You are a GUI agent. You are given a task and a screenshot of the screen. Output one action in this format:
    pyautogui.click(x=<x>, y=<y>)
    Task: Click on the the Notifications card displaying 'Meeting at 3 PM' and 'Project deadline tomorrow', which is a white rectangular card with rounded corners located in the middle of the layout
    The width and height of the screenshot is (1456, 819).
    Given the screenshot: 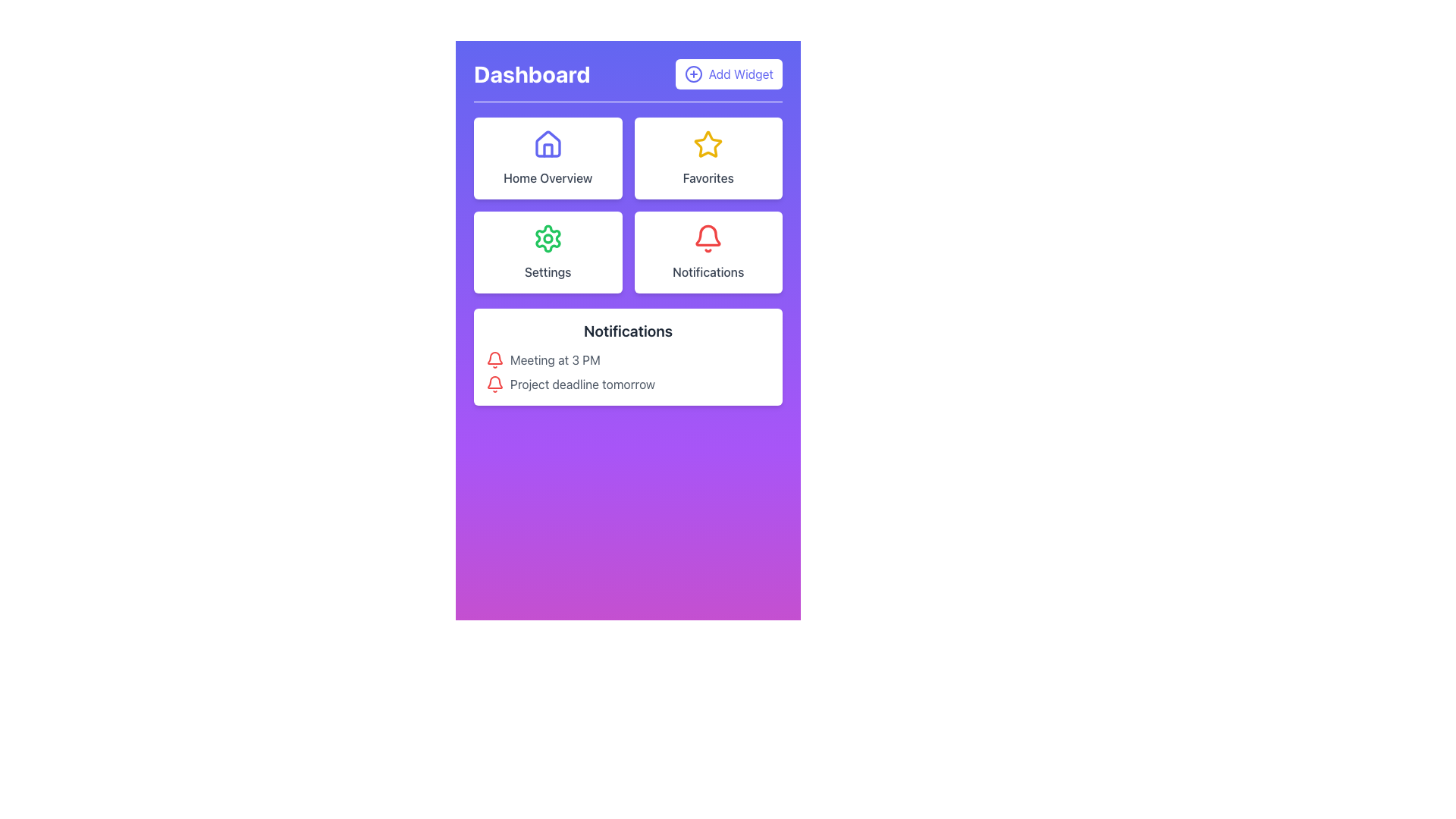 What is the action you would take?
    pyautogui.click(x=628, y=356)
    